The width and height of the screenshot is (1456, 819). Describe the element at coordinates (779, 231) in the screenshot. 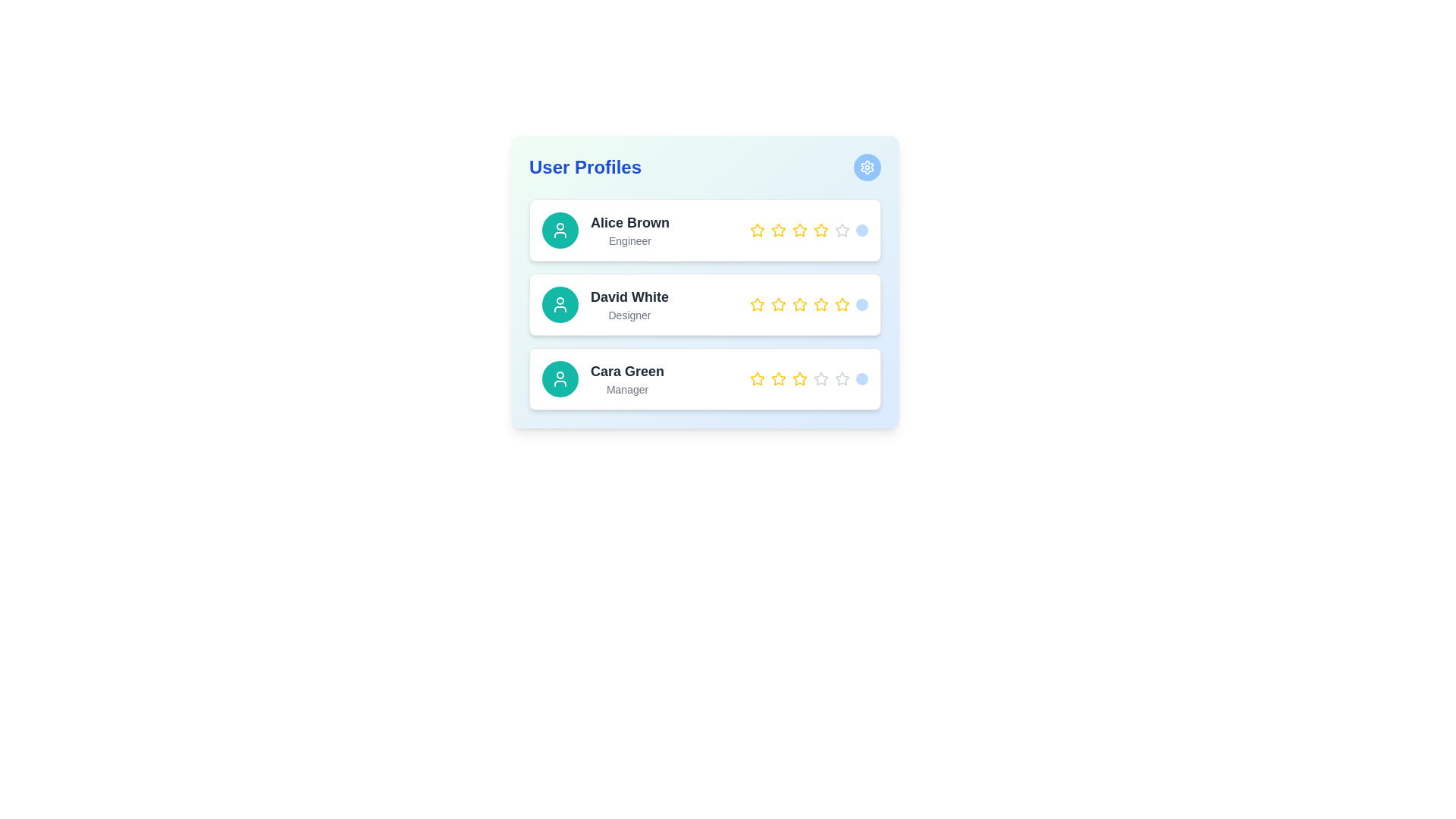

I see `the second star icon in the rating row associated with 'Alice Brown'` at that location.